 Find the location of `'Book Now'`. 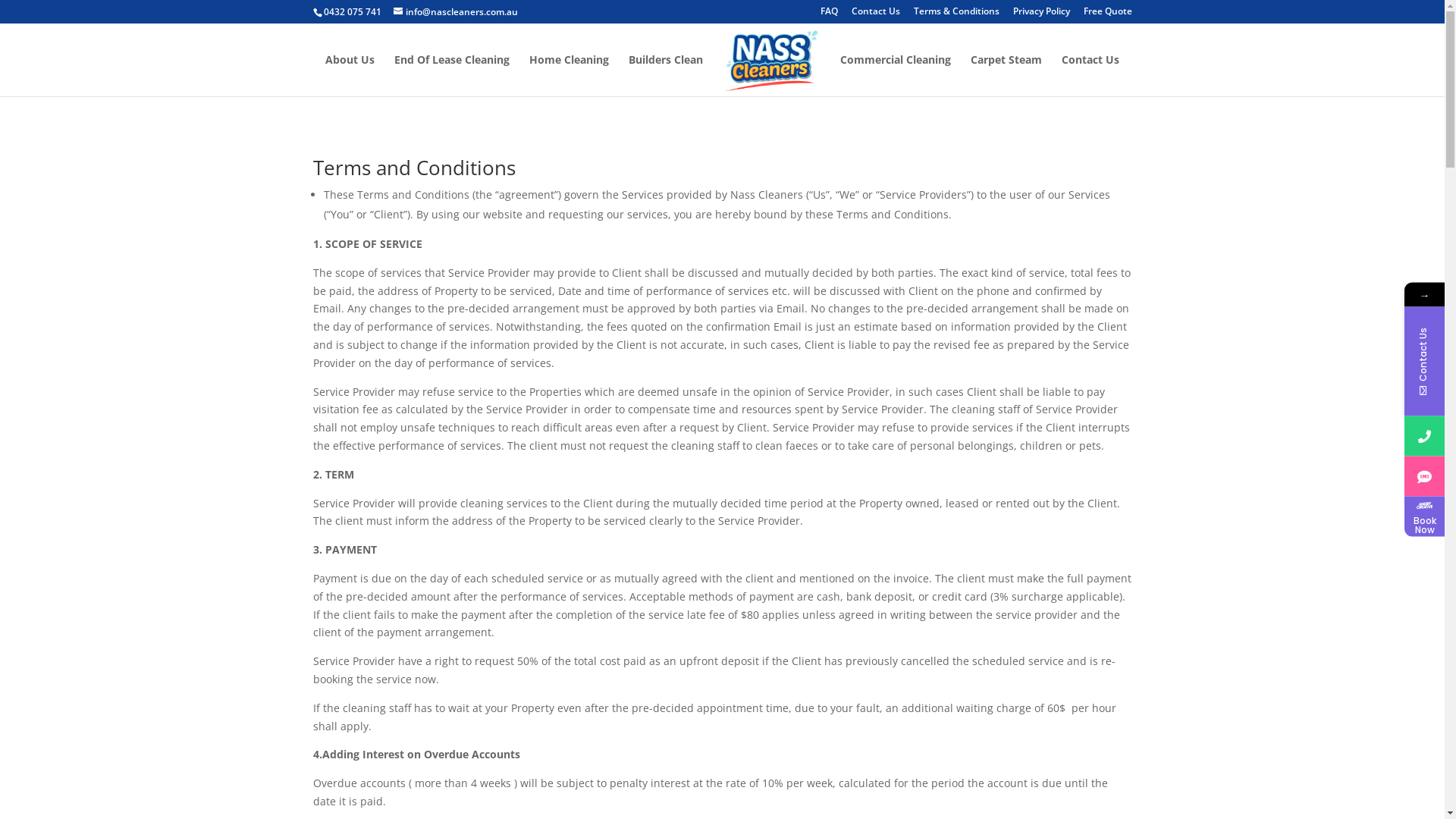

'Book Now' is located at coordinates (1423, 515).